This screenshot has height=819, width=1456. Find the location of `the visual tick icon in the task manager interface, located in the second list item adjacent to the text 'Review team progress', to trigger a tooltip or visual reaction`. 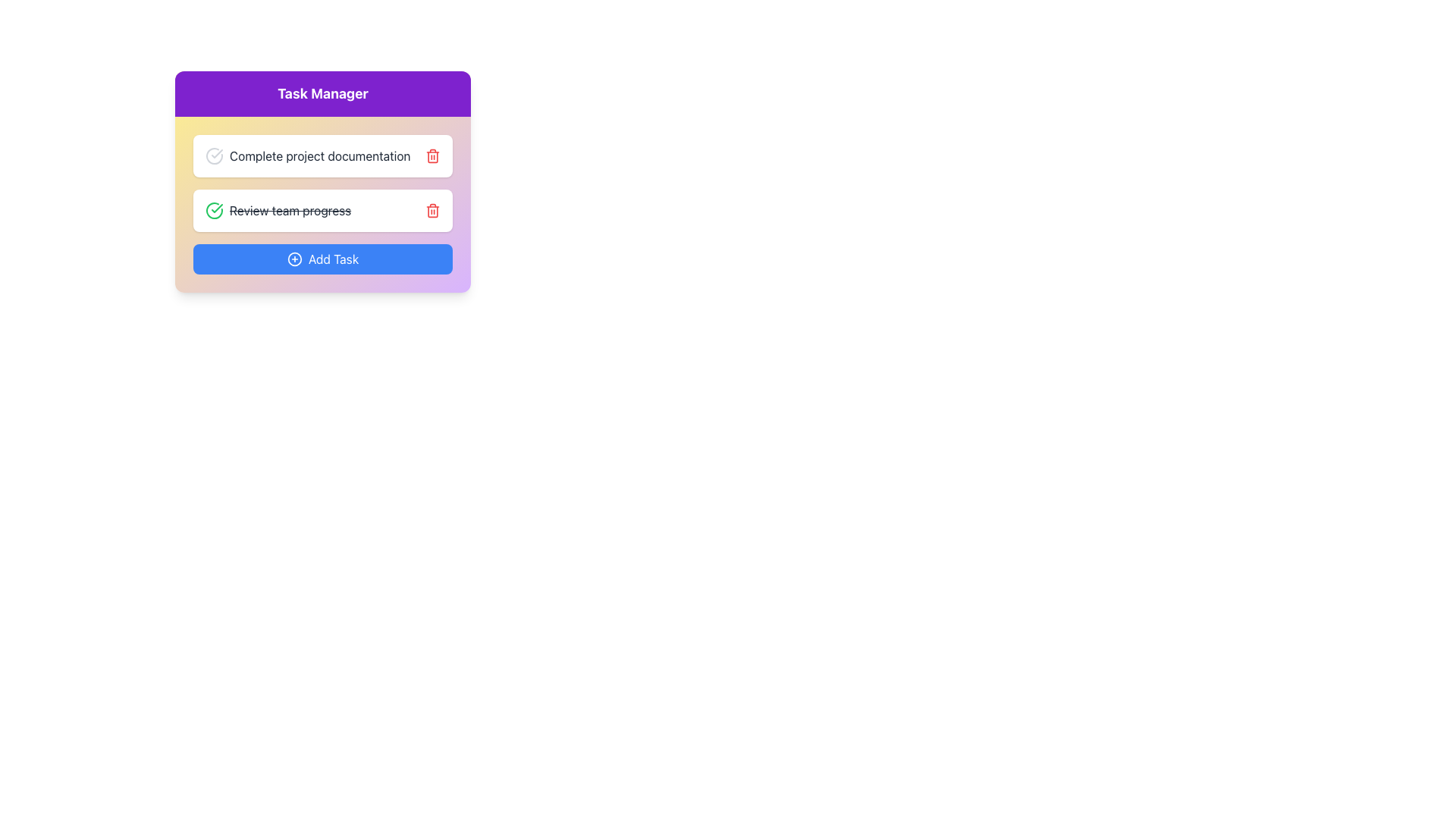

the visual tick icon in the task manager interface, located in the second list item adjacent to the text 'Review team progress', to trigger a tooltip or visual reaction is located at coordinates (216, 208).